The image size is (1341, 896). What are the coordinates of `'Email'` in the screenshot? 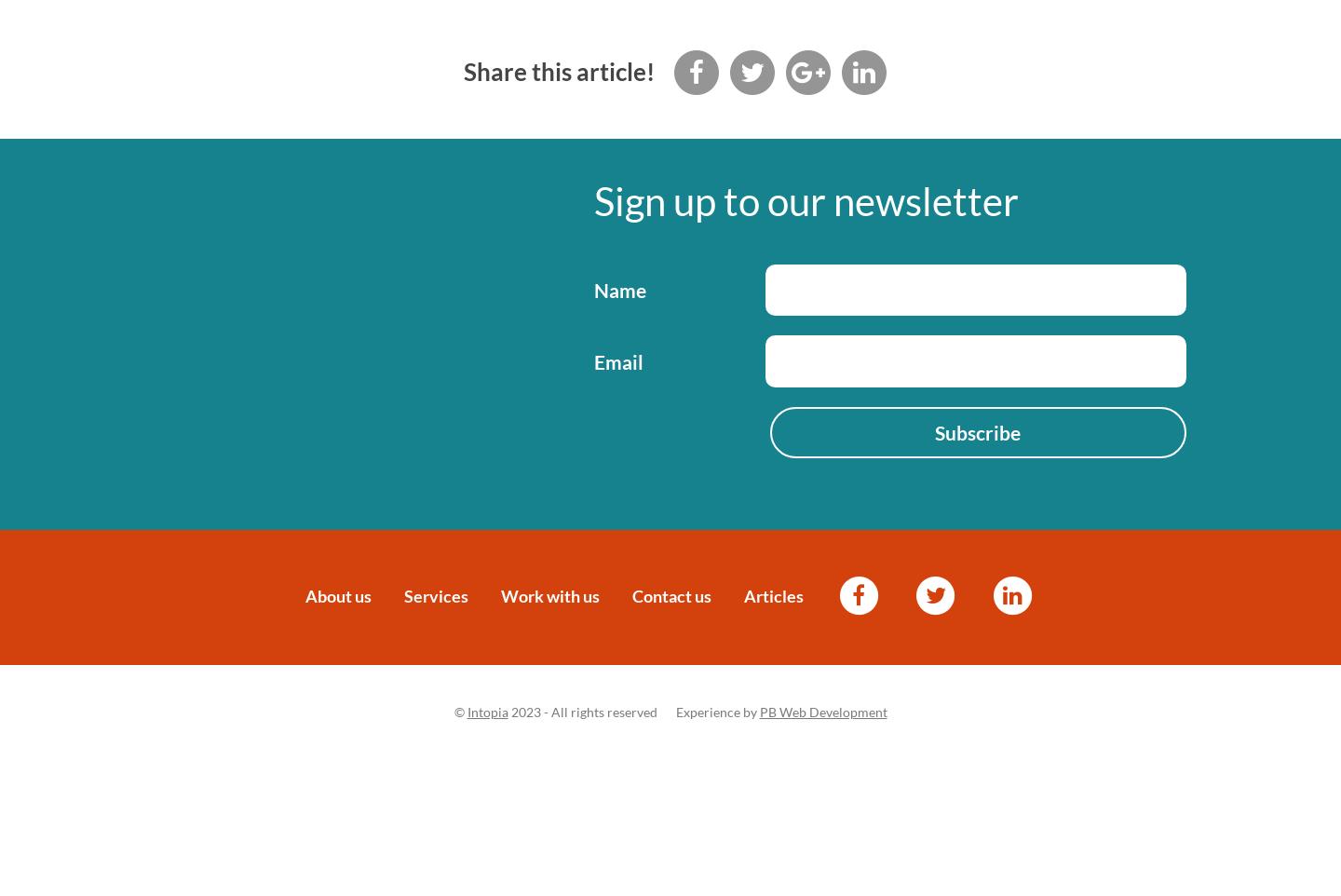 It's located at (617, 360).